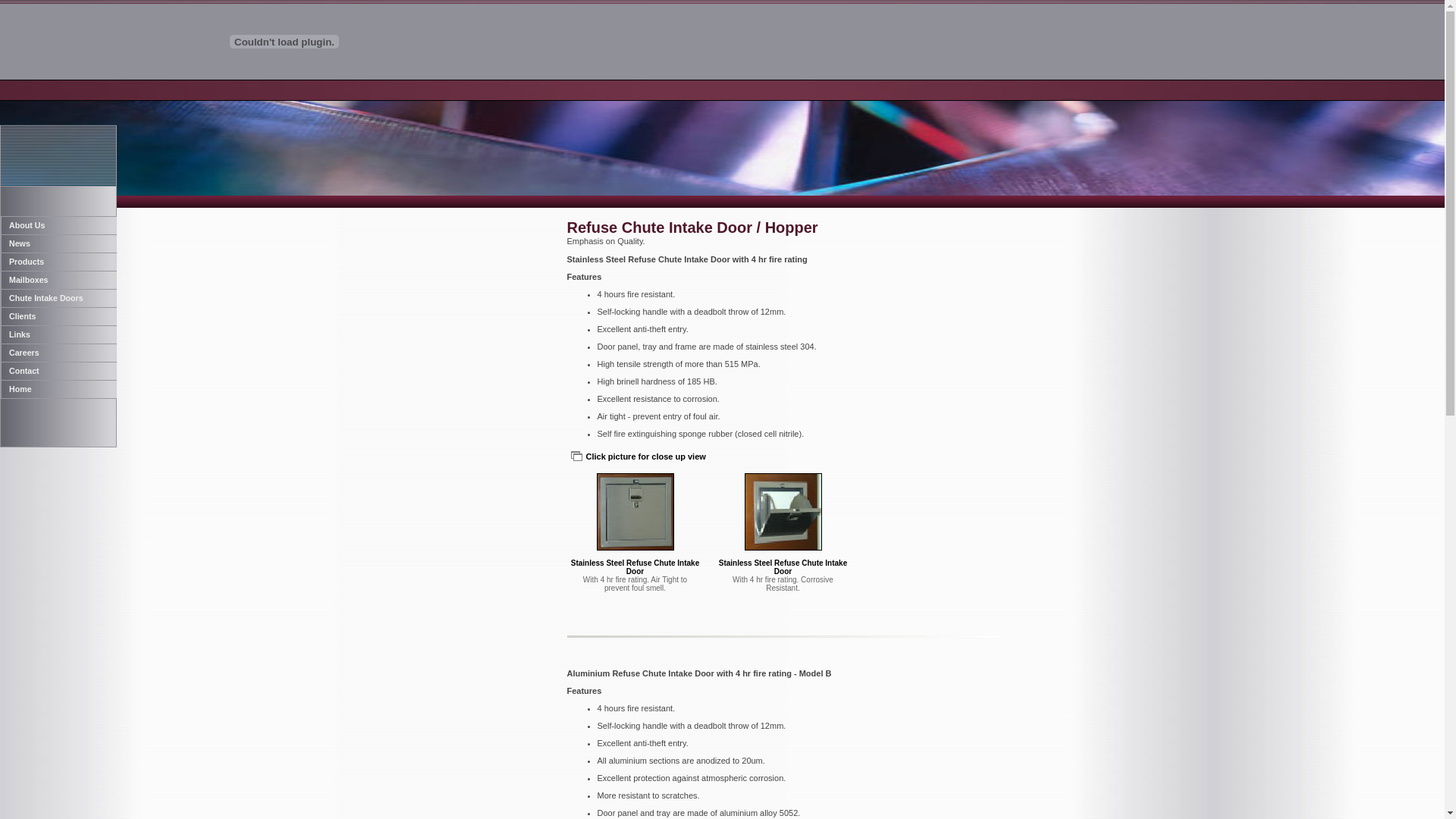 The image size is (1456, 819). Describe the element at coordinates (0, 298) in the screenshot. I see `'Chute Intake Doors'` at that location.